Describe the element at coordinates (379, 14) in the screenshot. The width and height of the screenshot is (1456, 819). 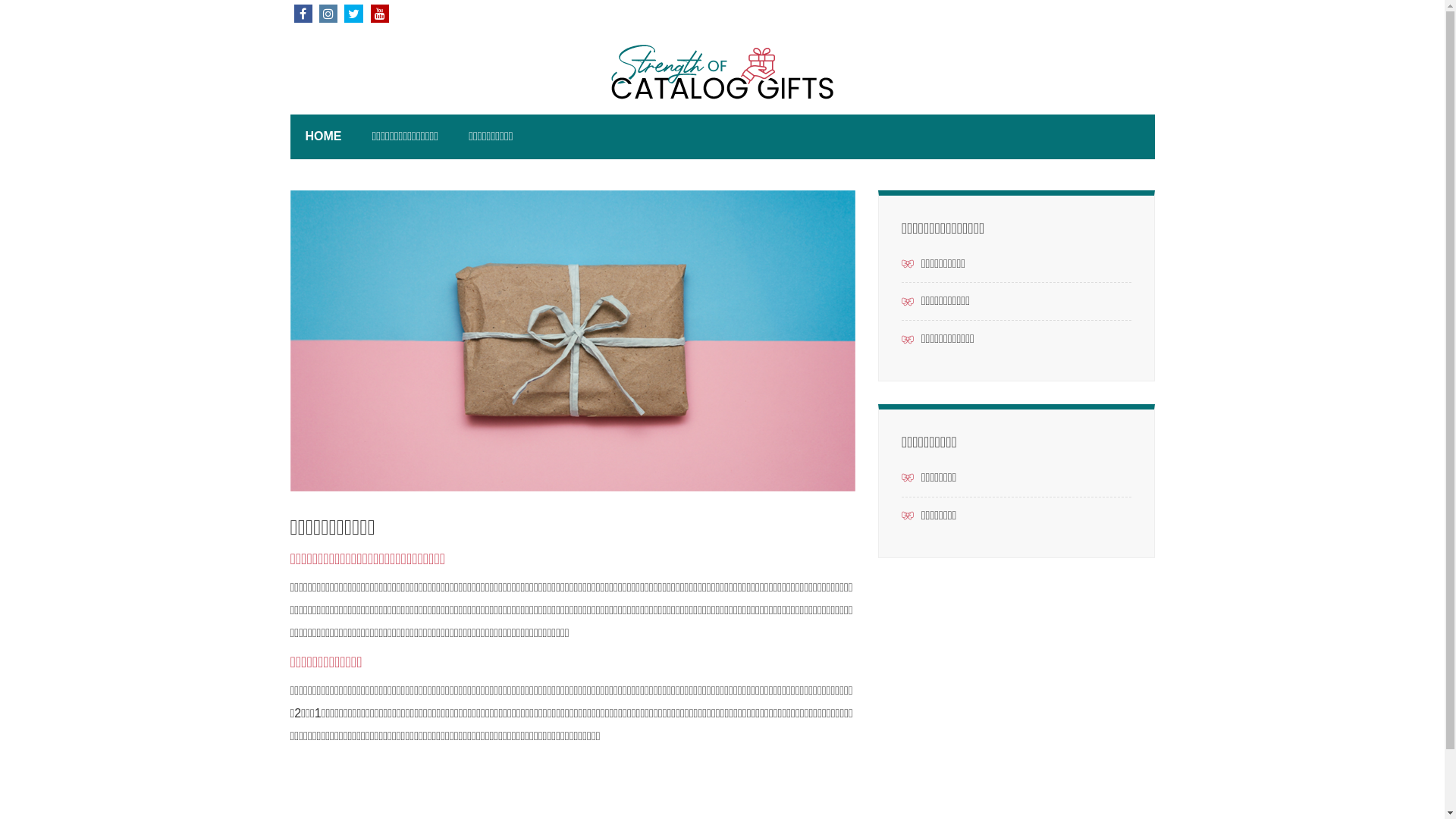
I see `'YOUTUBE'` at that location.